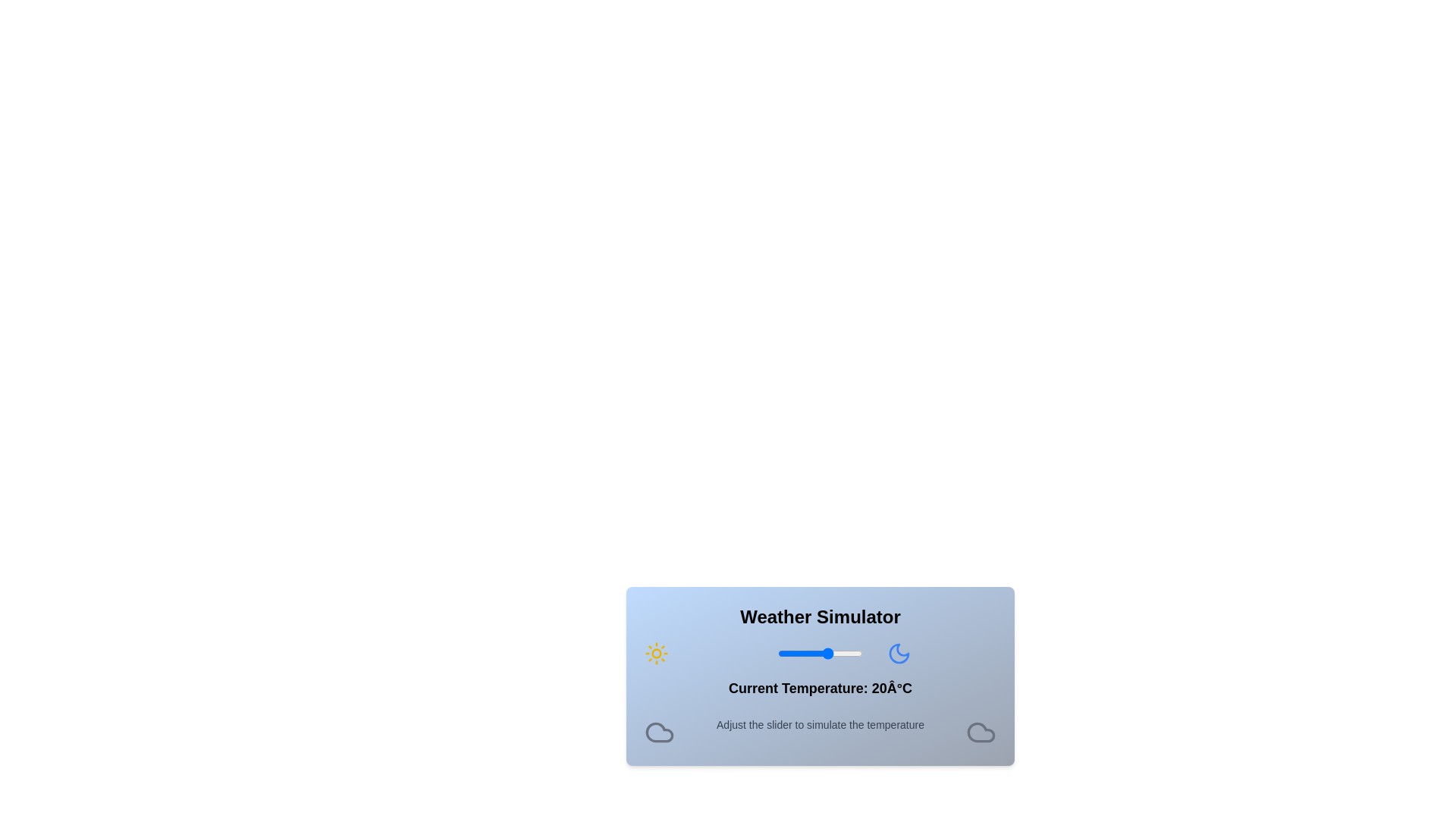 Image resolution: width=1456 pixels, height=819 pixels. I want to click on the slider to set the temperature to 21°C, so click(830, 652).